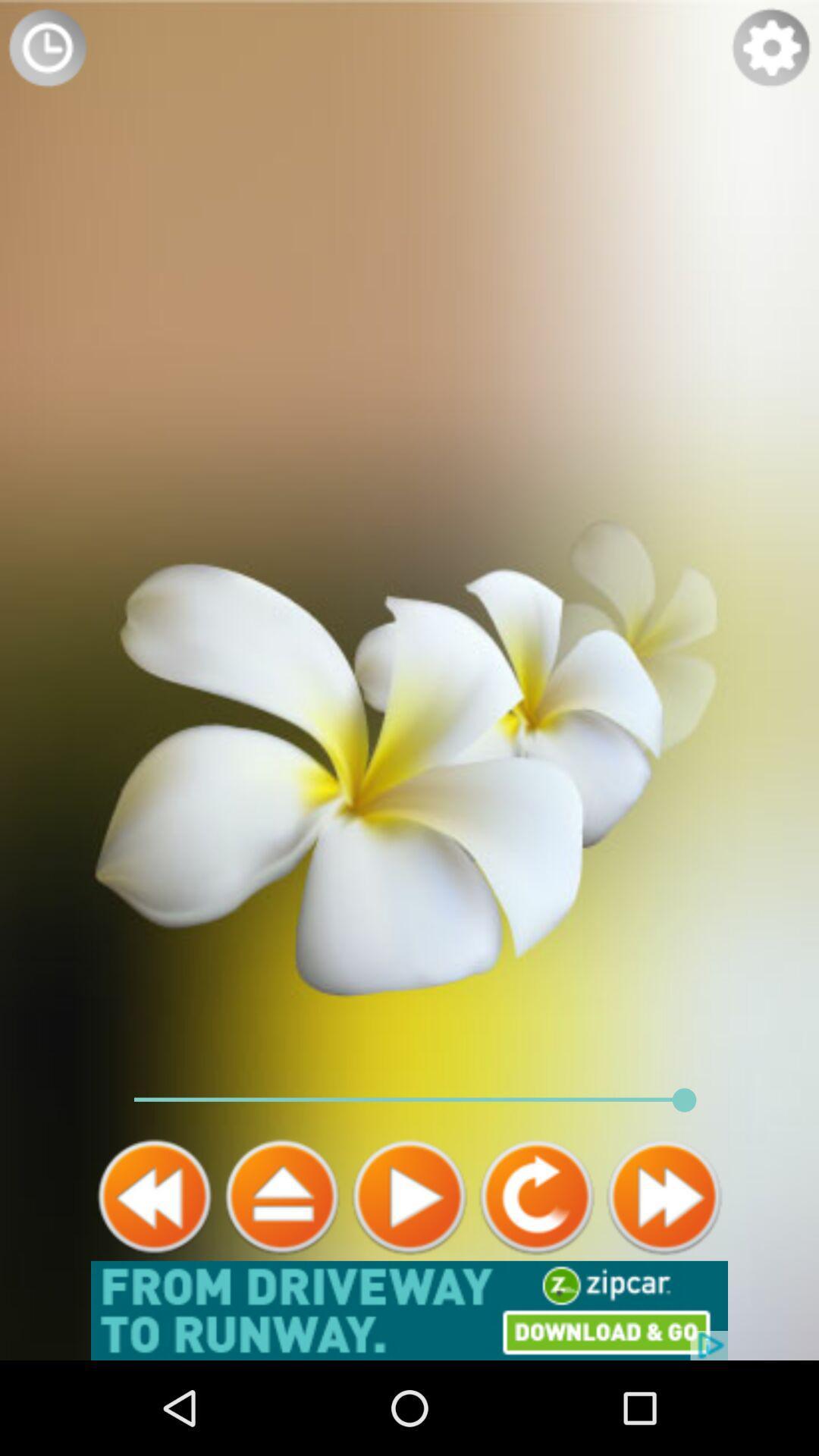 This screenshot has width=819, height=1456. I want to click on the refresh icon, so click(536, 1196).